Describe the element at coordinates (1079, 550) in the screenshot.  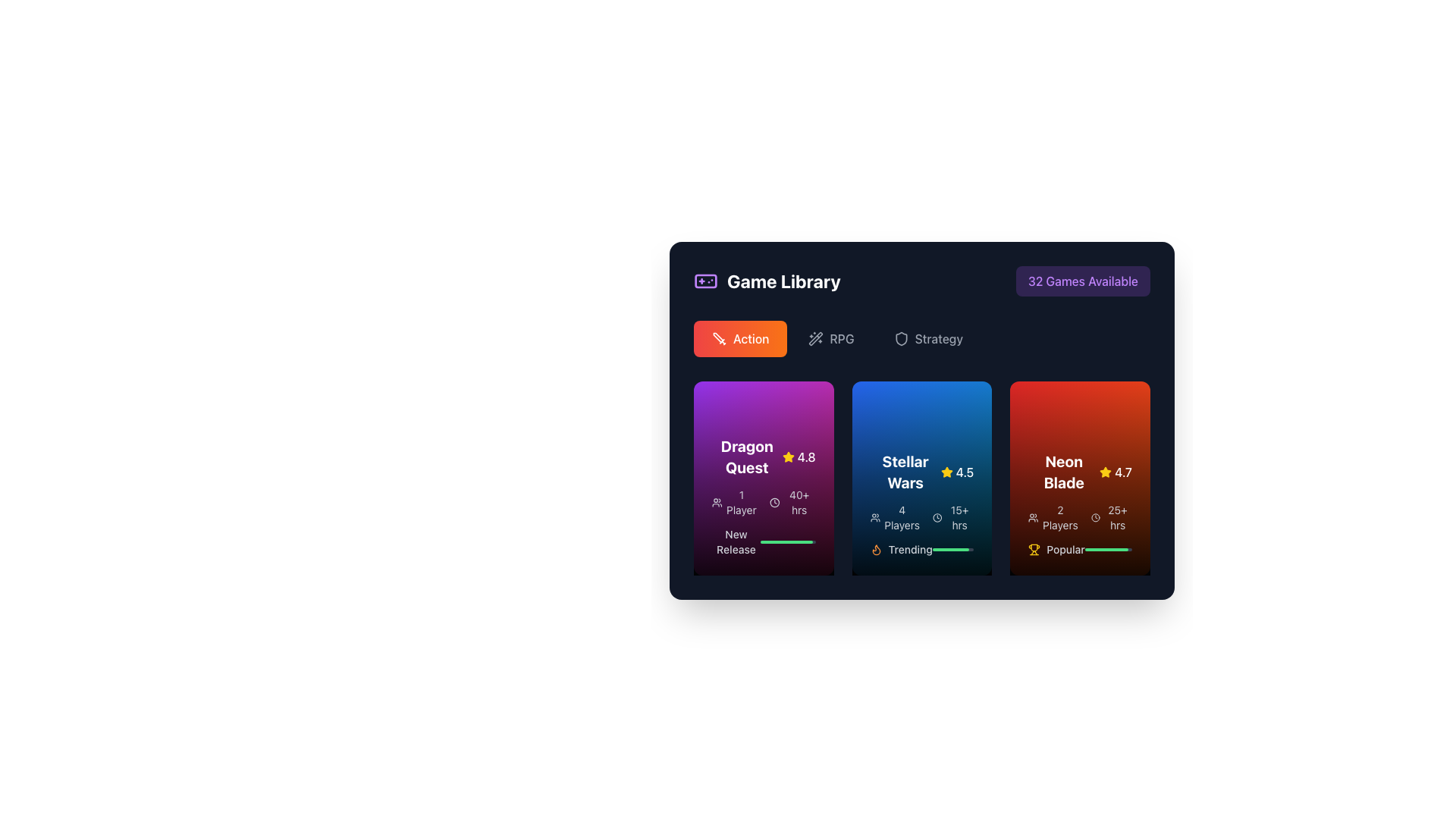
I see `text 'Popular' from the informational label with trophy icon and progress bar located at the bottom of the 'Neon Blade' game card` at that location.